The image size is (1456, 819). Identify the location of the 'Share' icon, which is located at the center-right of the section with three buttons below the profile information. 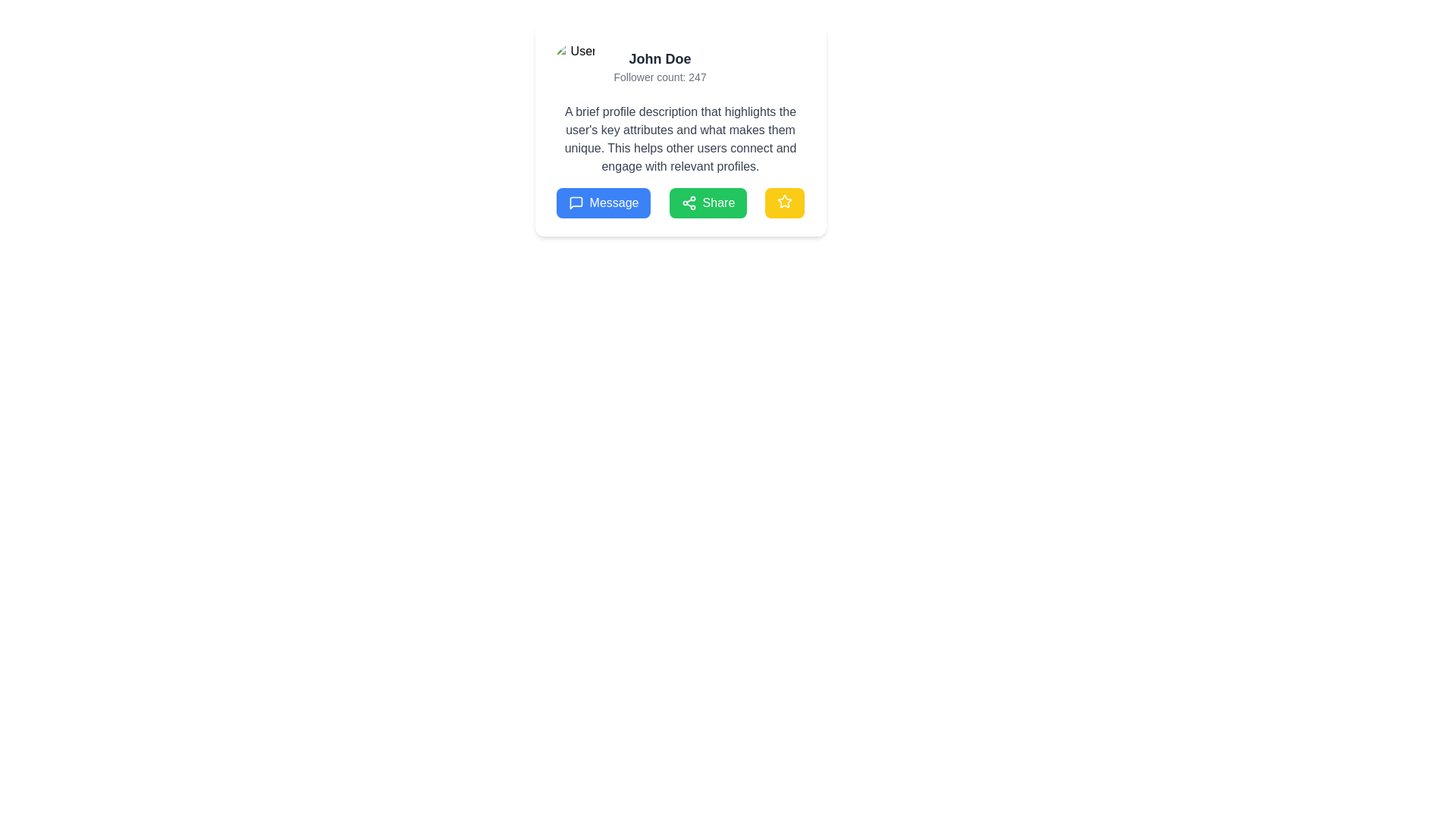
(688, 202).